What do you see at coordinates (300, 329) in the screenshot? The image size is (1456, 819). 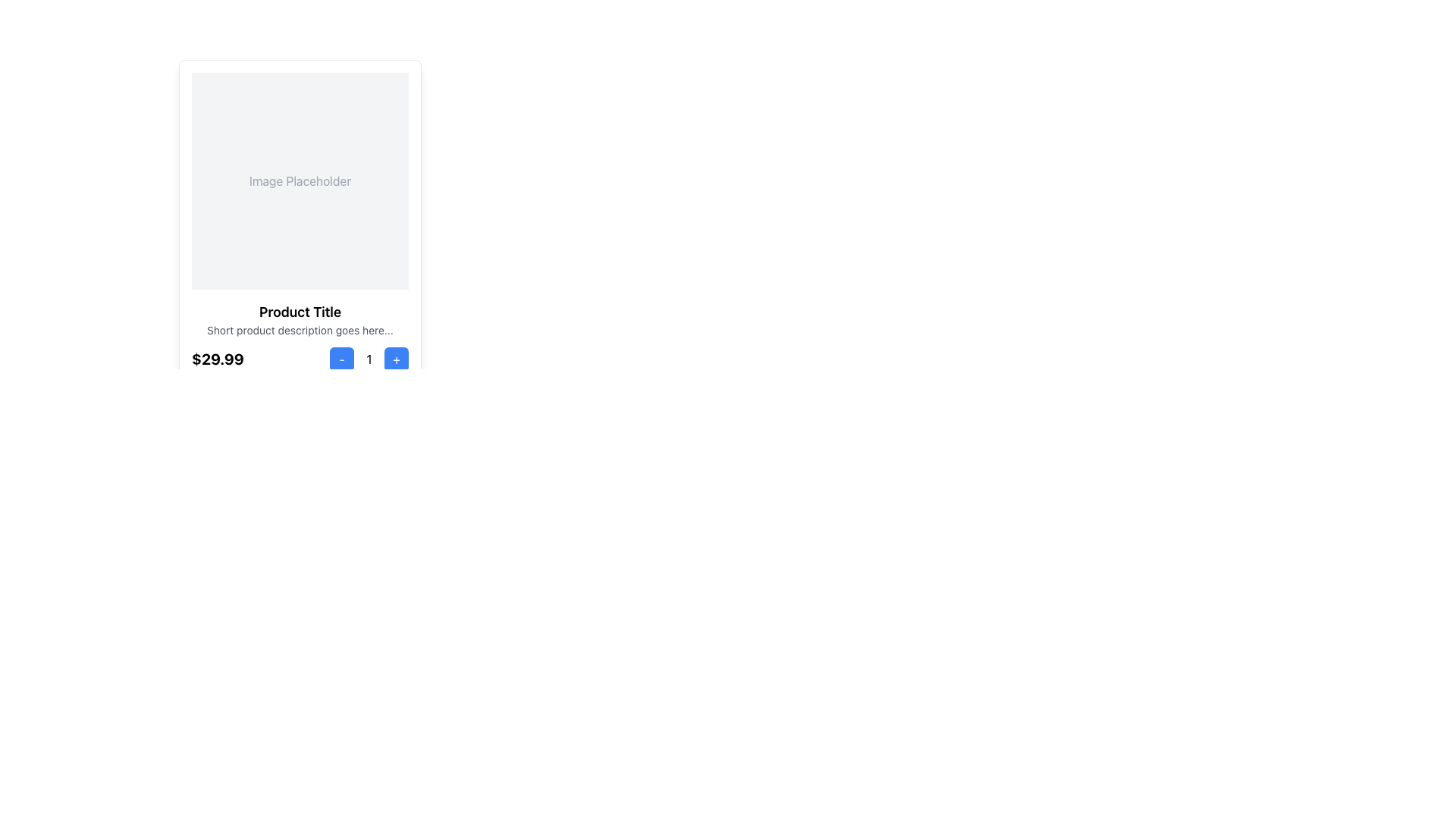 I see `textual description of the element styled in a smaller font size and light gray color located directly below the 'Product Title' in the interface` at bounding box center [300, 329].